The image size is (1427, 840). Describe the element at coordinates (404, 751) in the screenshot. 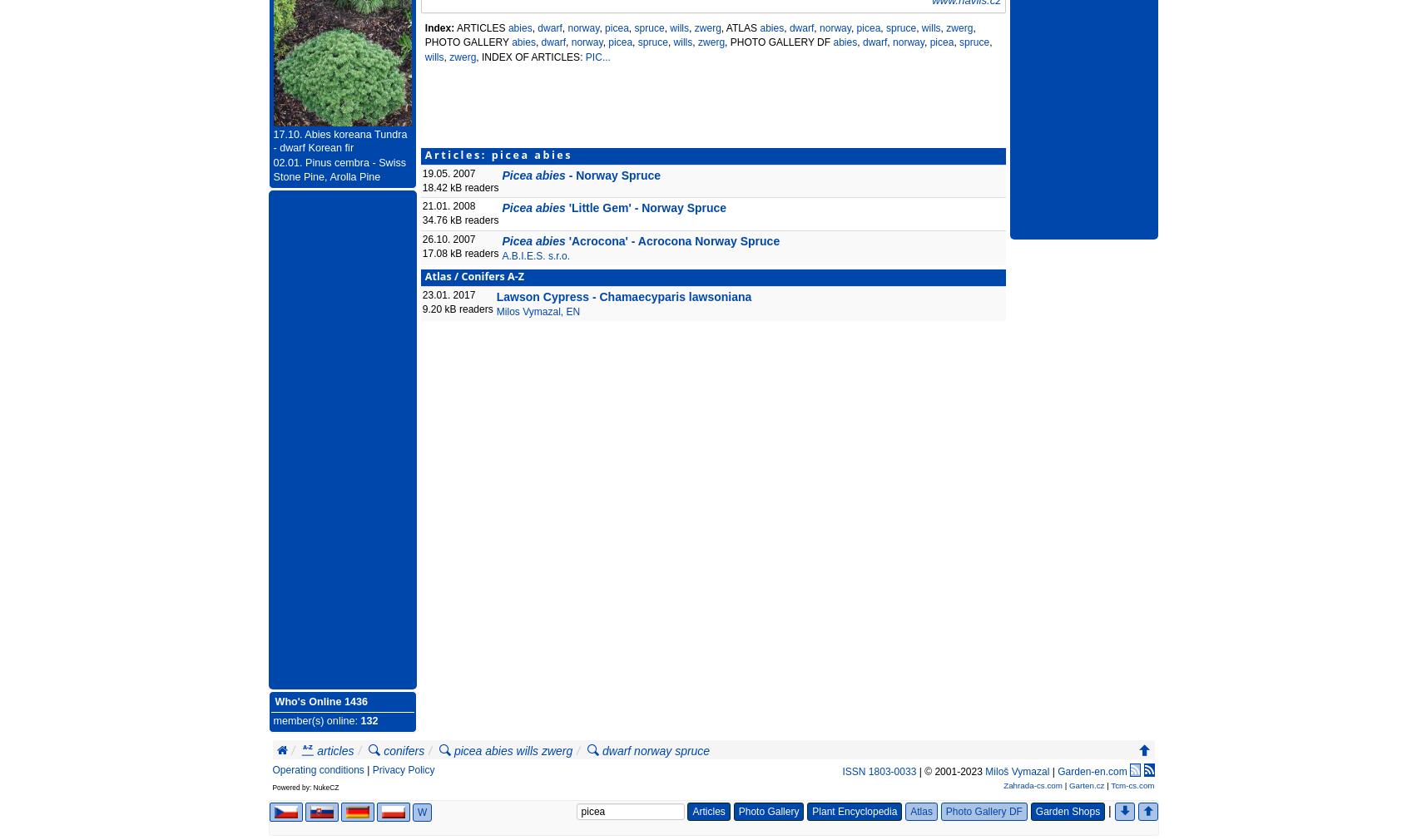

I see `'conifers'` at that location.